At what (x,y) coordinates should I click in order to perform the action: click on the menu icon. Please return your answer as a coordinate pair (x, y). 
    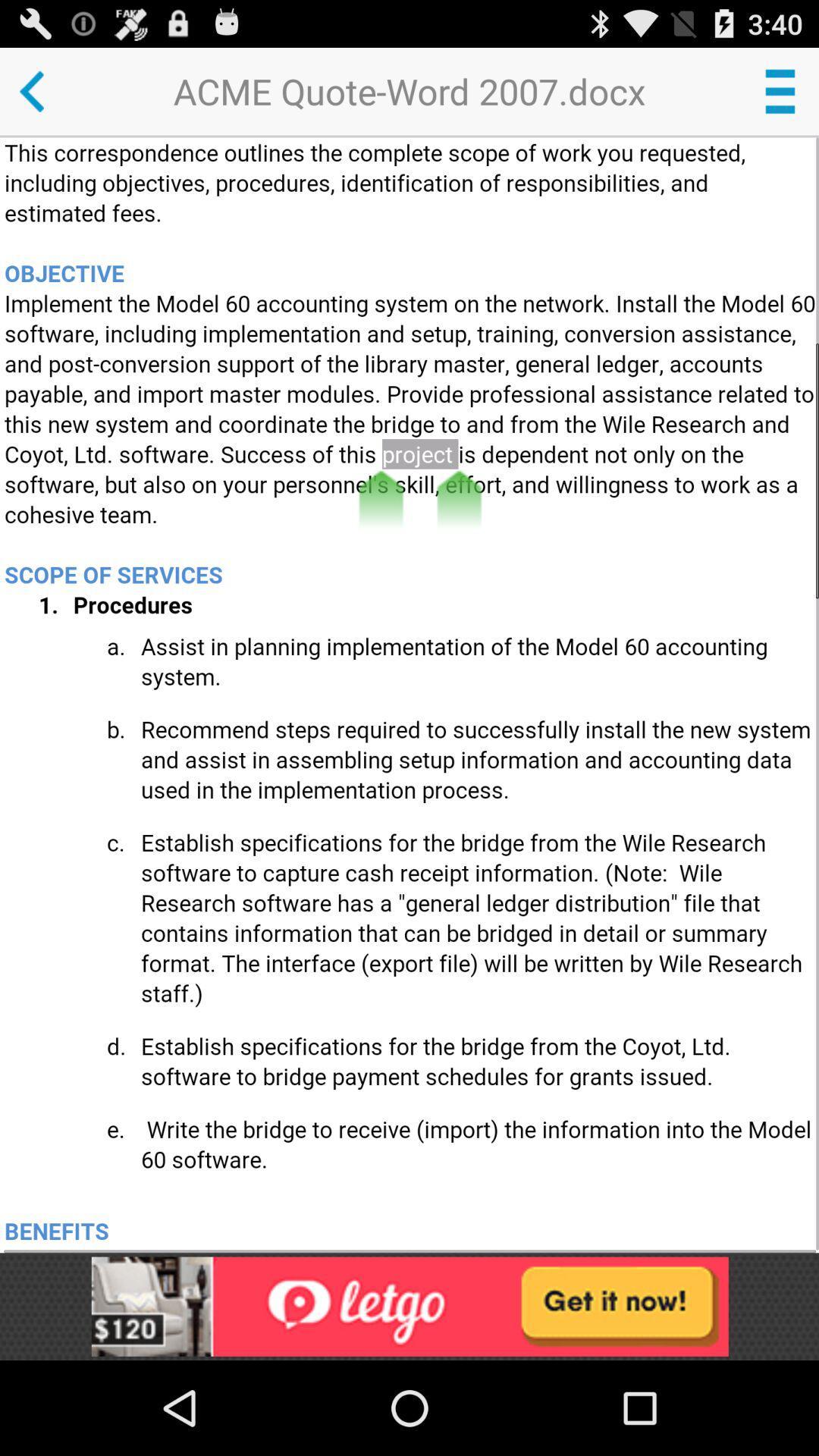
    Looking at the image, I should click on (780, 97).